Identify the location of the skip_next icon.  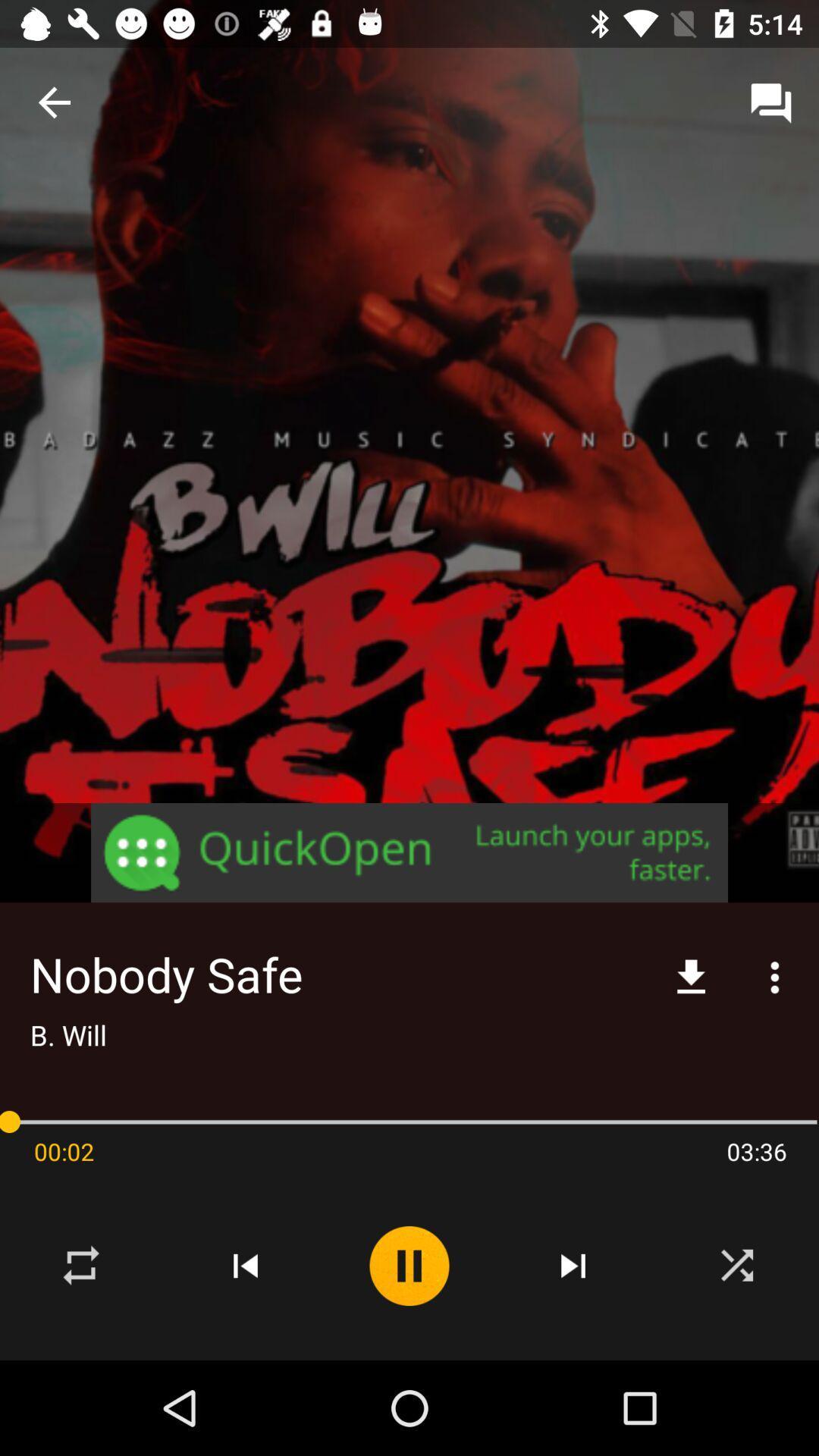
(573, 1266).